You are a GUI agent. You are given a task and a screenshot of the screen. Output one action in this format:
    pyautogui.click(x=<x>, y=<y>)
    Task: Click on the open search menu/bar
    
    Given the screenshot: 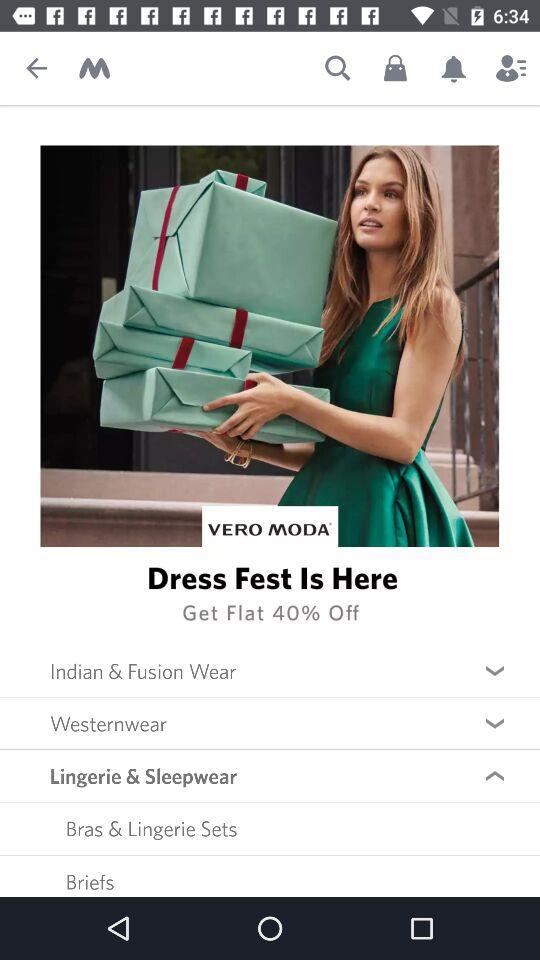 What is the action you would take?
    pyautogui.click(x=337, y=68)
    